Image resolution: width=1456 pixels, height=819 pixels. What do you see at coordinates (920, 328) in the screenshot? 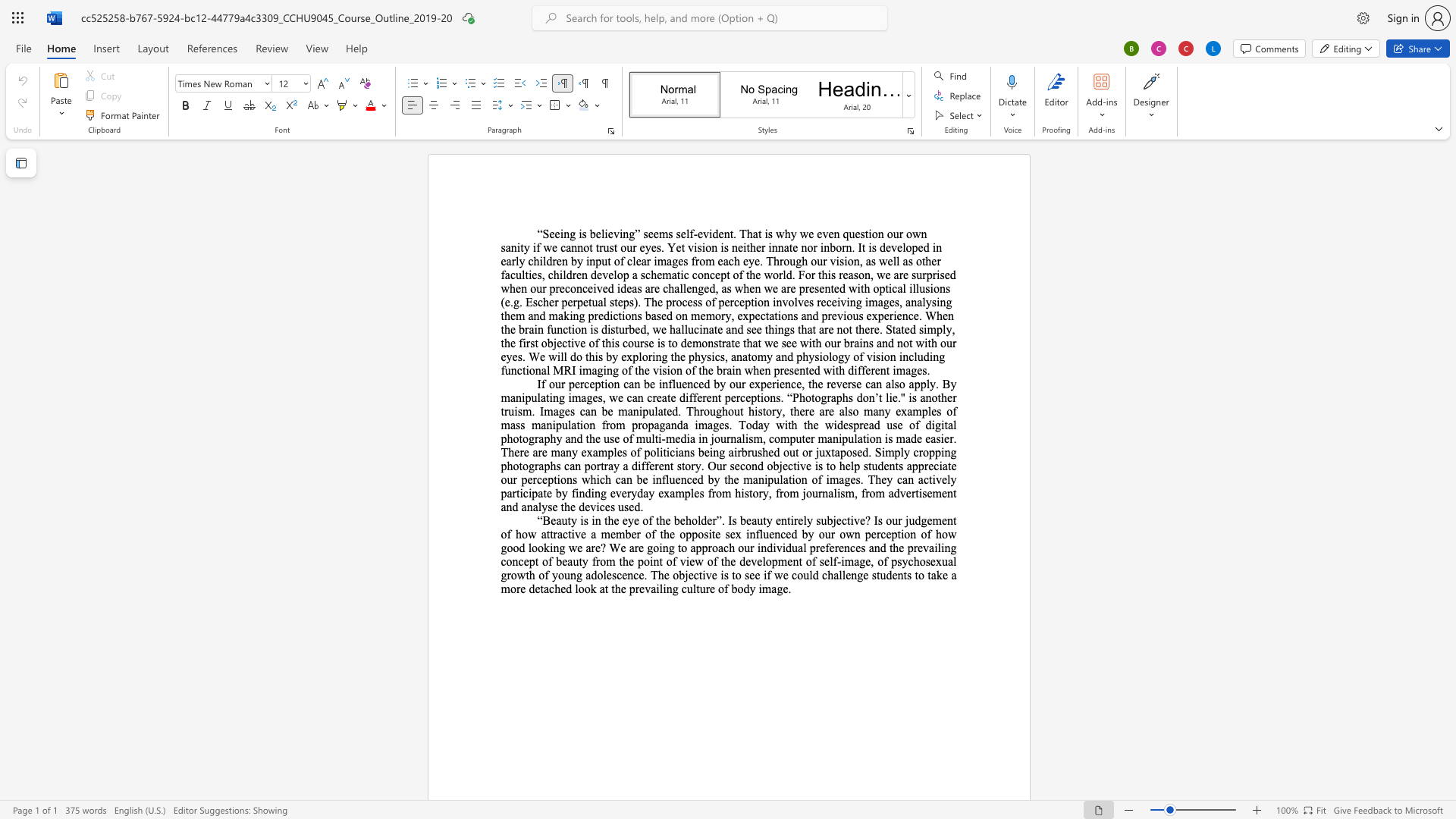
I see `the 12th character "s" in the text` at bounding box center [920, 328].